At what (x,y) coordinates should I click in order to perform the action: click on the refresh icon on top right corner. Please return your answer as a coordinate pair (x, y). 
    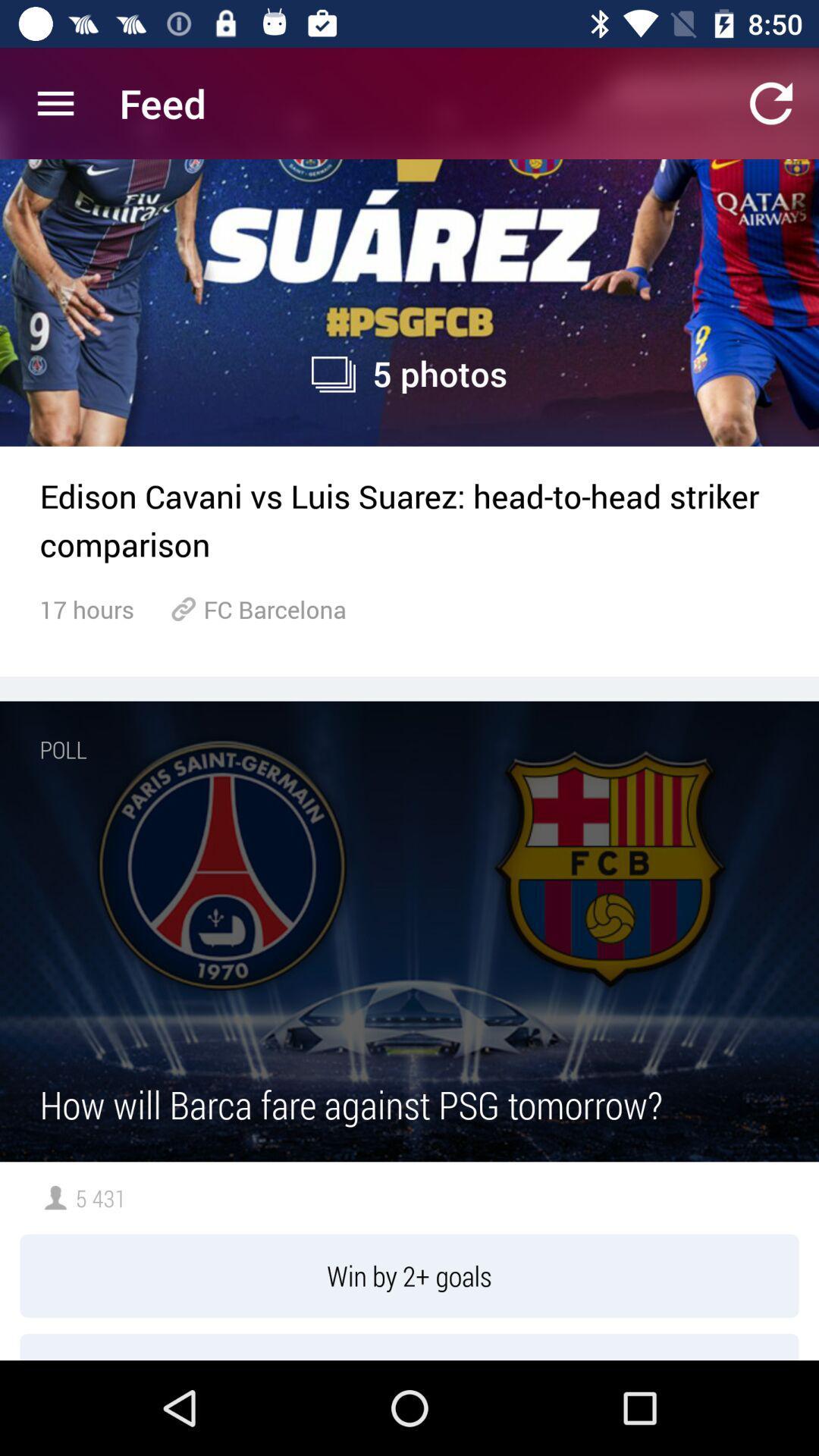
    Looking at the image, I should click on (771, 103).